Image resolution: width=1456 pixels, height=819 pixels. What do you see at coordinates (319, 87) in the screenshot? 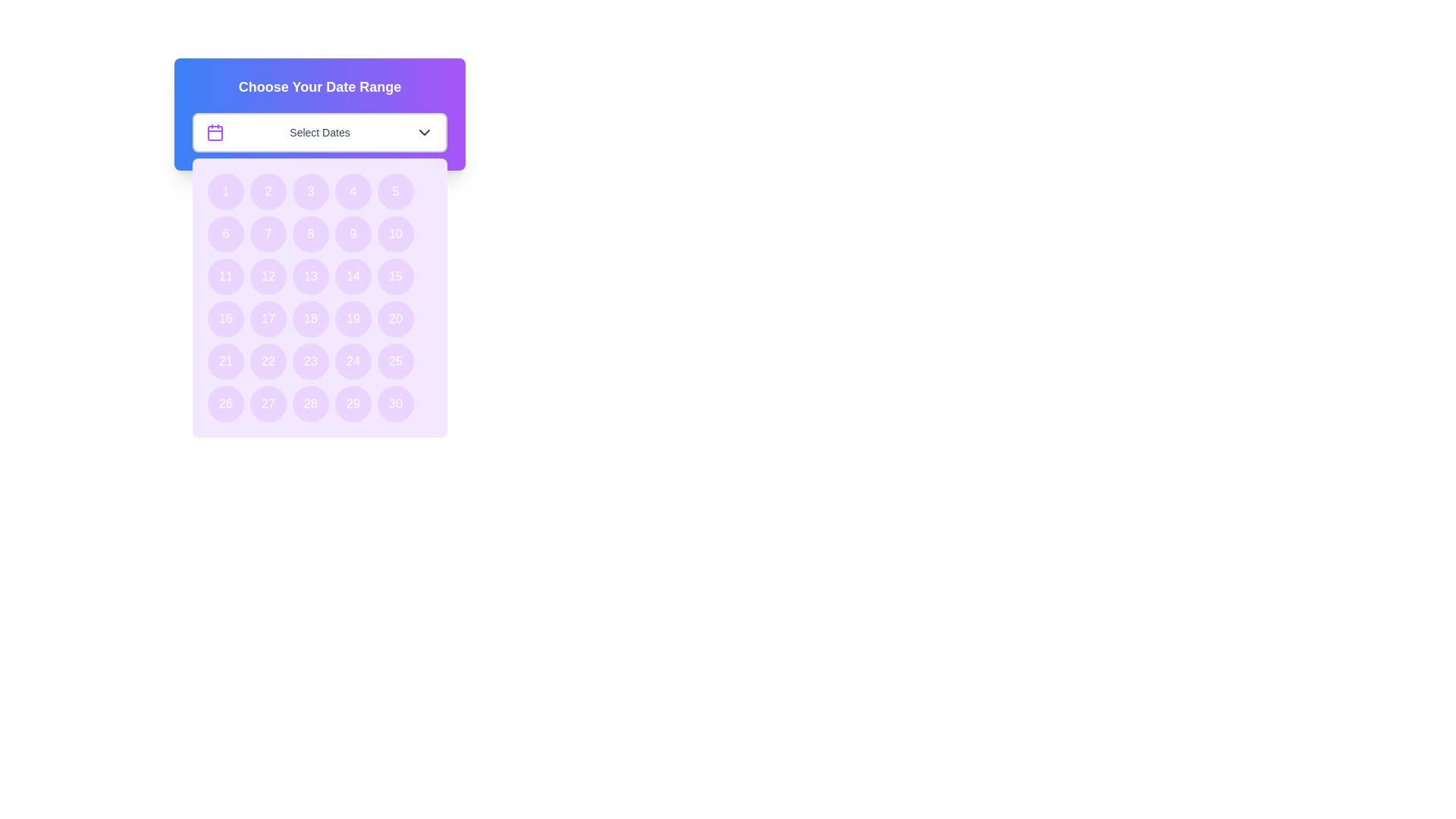
I see `the Text Label that serves as a title for the date picker interface, positioned above the 'Select Dates' section` at bounding box center [319, 87].